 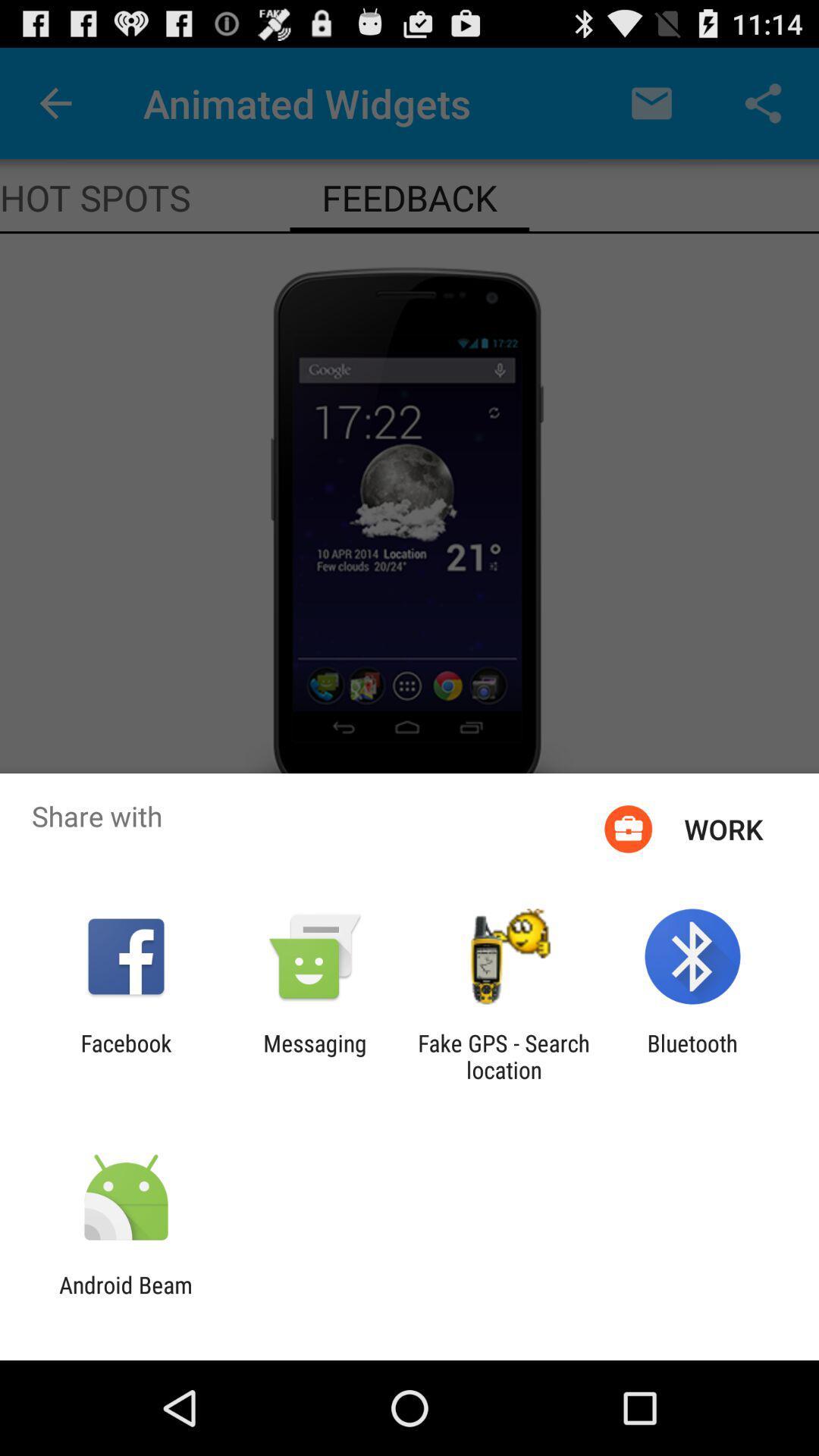 I want to click on the fake gps search, so click(x=504, y=1056).